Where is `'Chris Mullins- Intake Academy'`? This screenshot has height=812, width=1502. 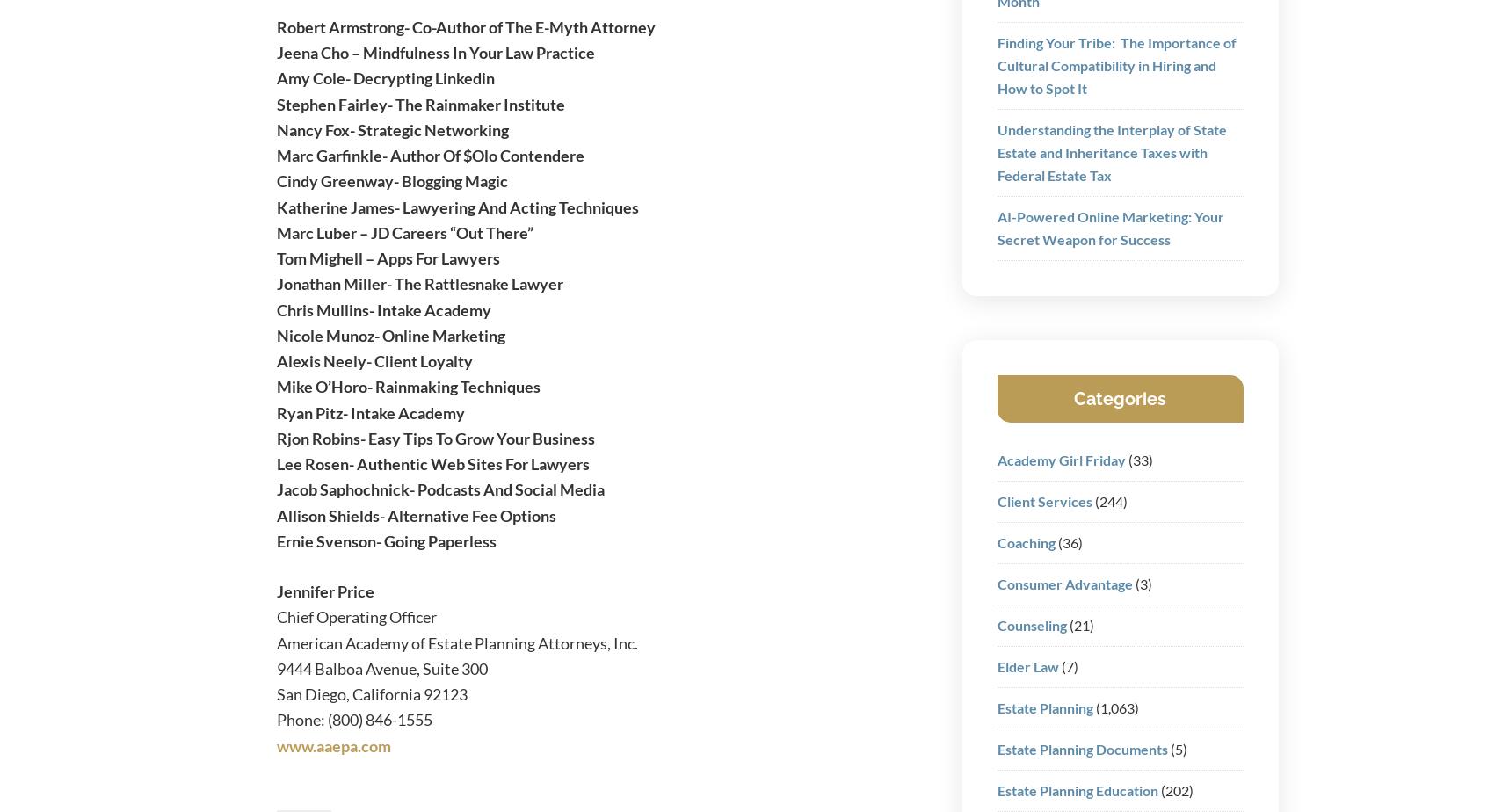 'Chris Mullins- Intake Academy' is located at coordinates (381, 309).